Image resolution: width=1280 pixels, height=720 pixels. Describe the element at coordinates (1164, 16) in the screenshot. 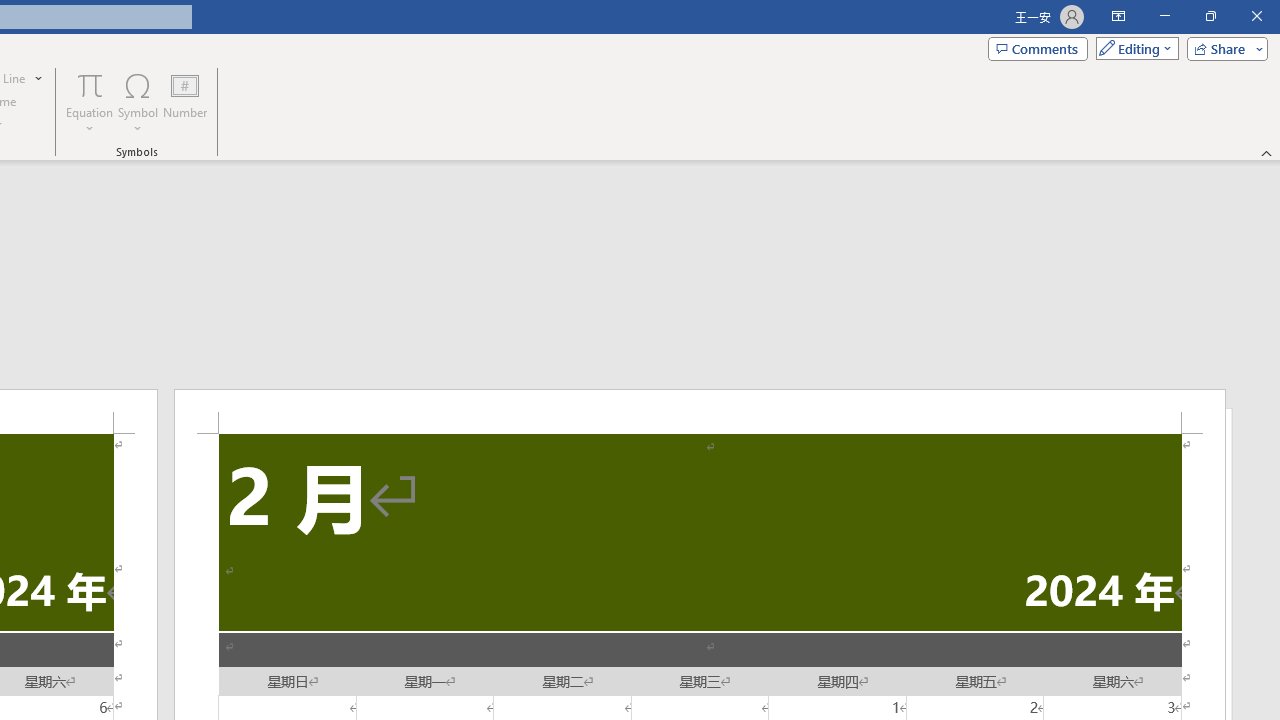

I see `'Minimize'` at that location.